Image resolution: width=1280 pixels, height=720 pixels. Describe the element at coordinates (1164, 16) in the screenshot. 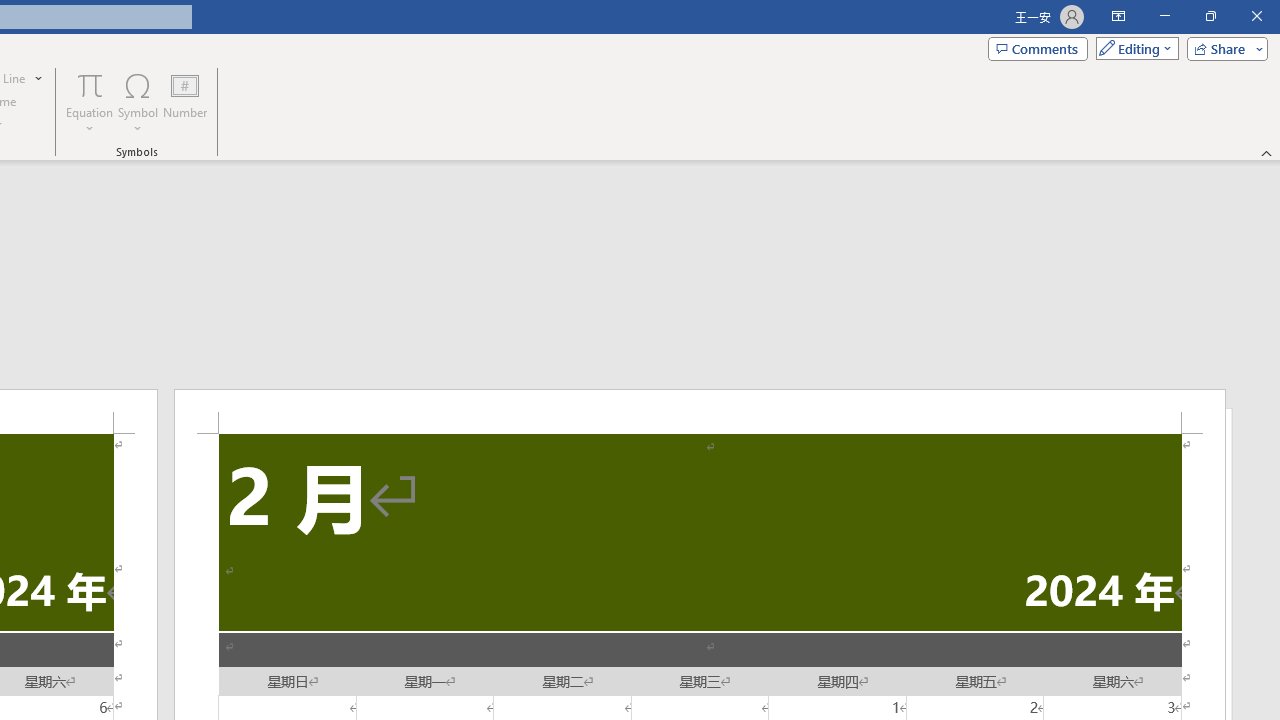

I see `'Minimize'` at that location.